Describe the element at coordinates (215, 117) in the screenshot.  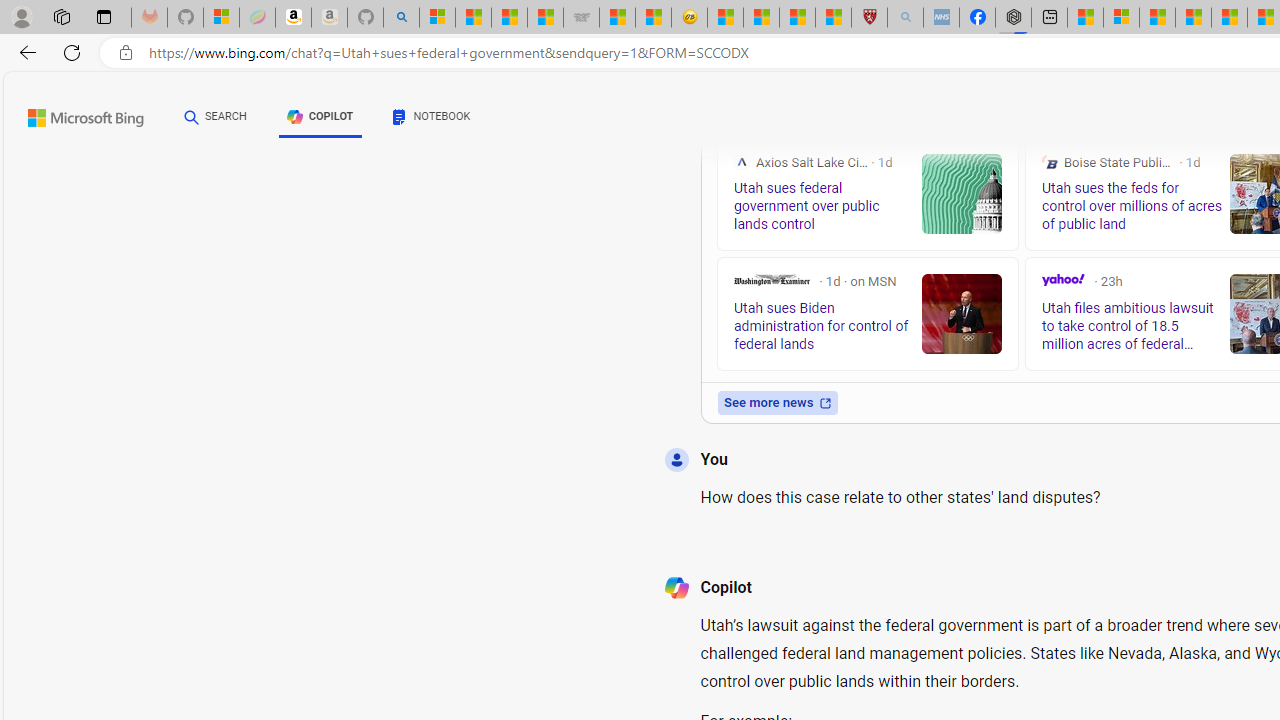
I see `'SEARCH'` at that location.